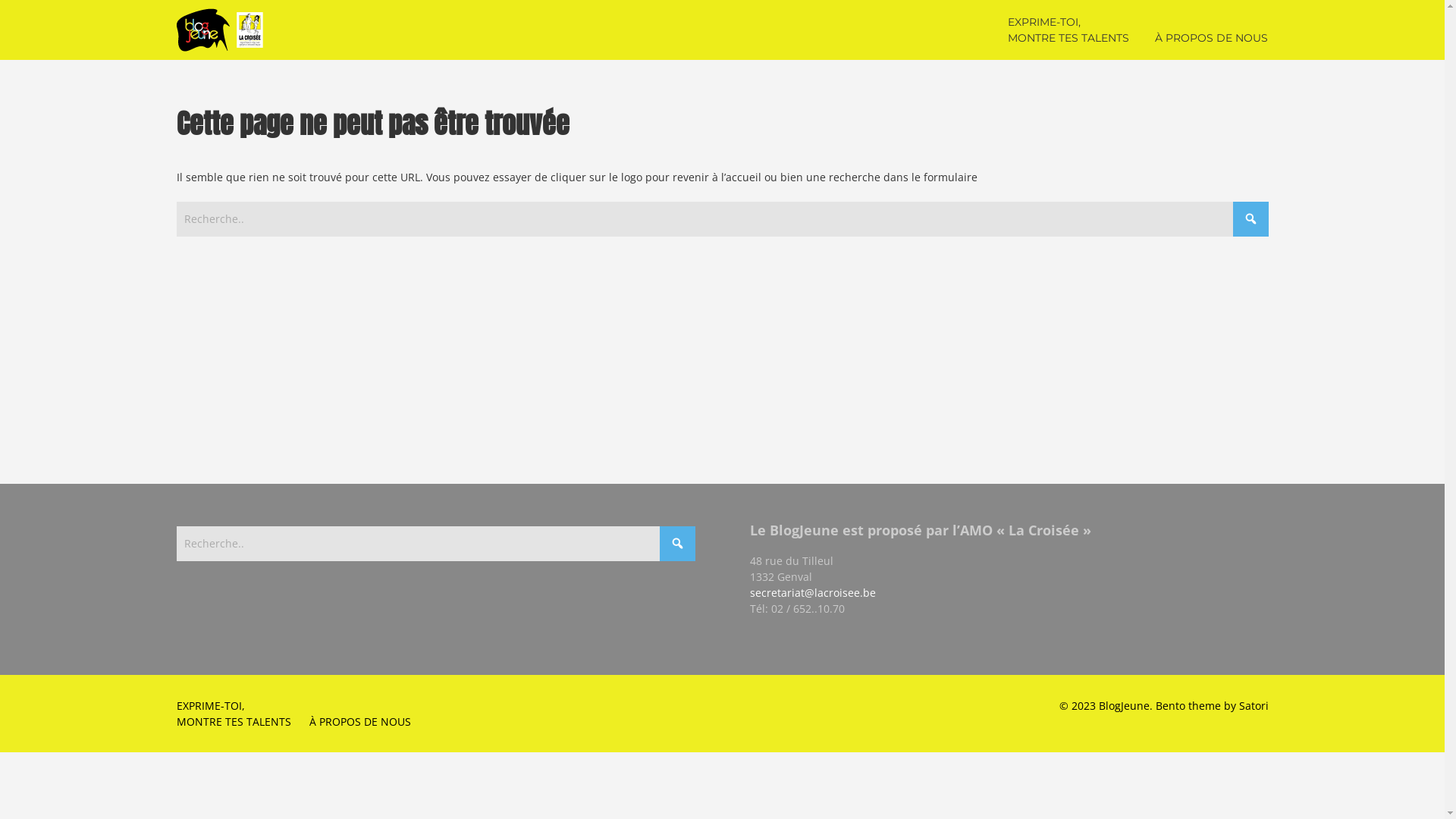  What do you see at coordinates (175, 714) in the screenshot?
I see `'EXPRIME-TOI,` at bounding box center [175, 714].